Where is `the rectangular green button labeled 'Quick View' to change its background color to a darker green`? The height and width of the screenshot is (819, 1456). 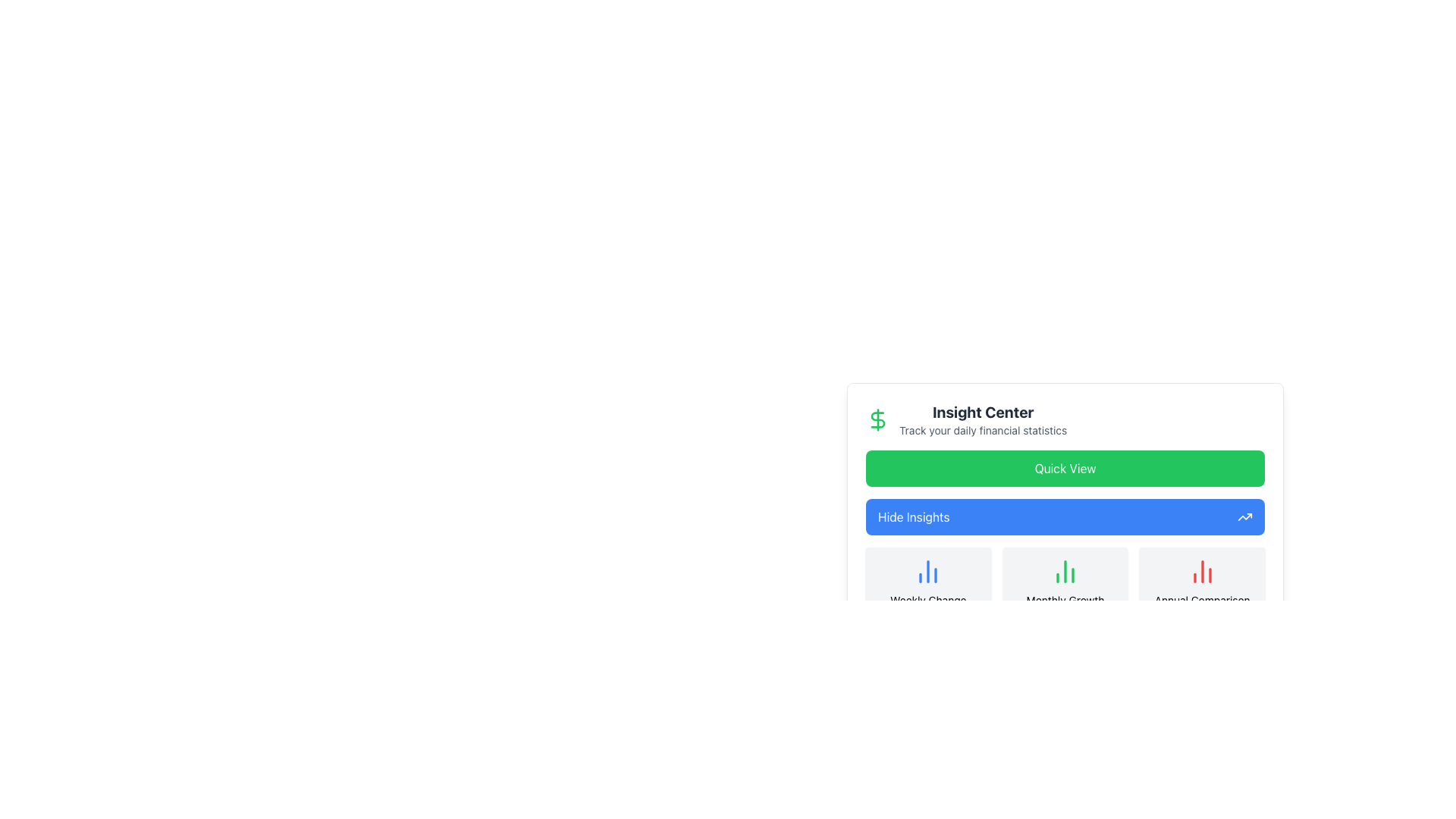 the rectangular green button labeled 'Quick View' to change its background color to a darker green is located at coordinates (1065, 467).